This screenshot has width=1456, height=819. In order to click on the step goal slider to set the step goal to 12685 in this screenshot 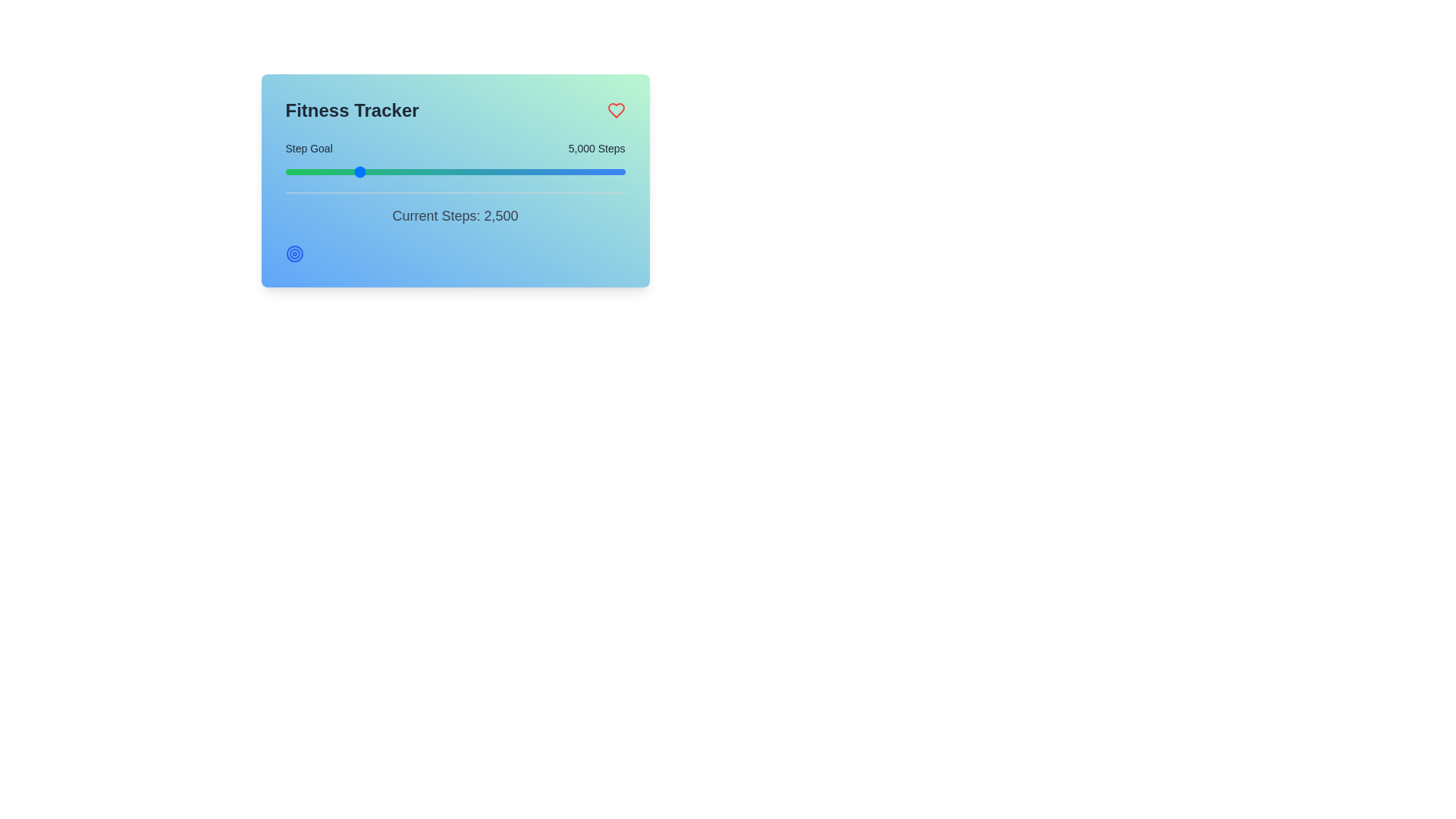, I will do `click(494, 171)`.